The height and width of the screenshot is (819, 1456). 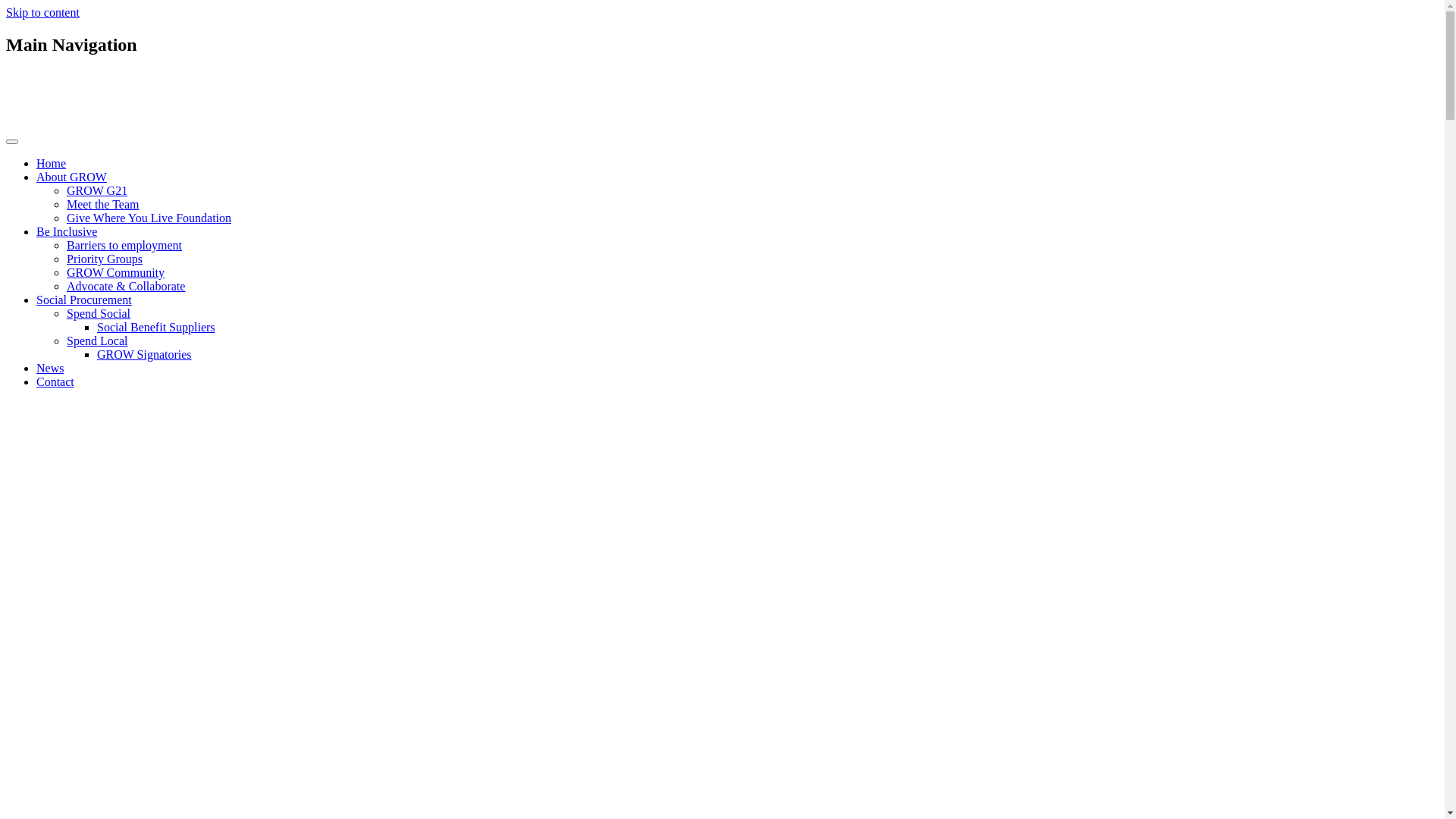 I want to click on 'About GROW', so click(x=71, y=176).